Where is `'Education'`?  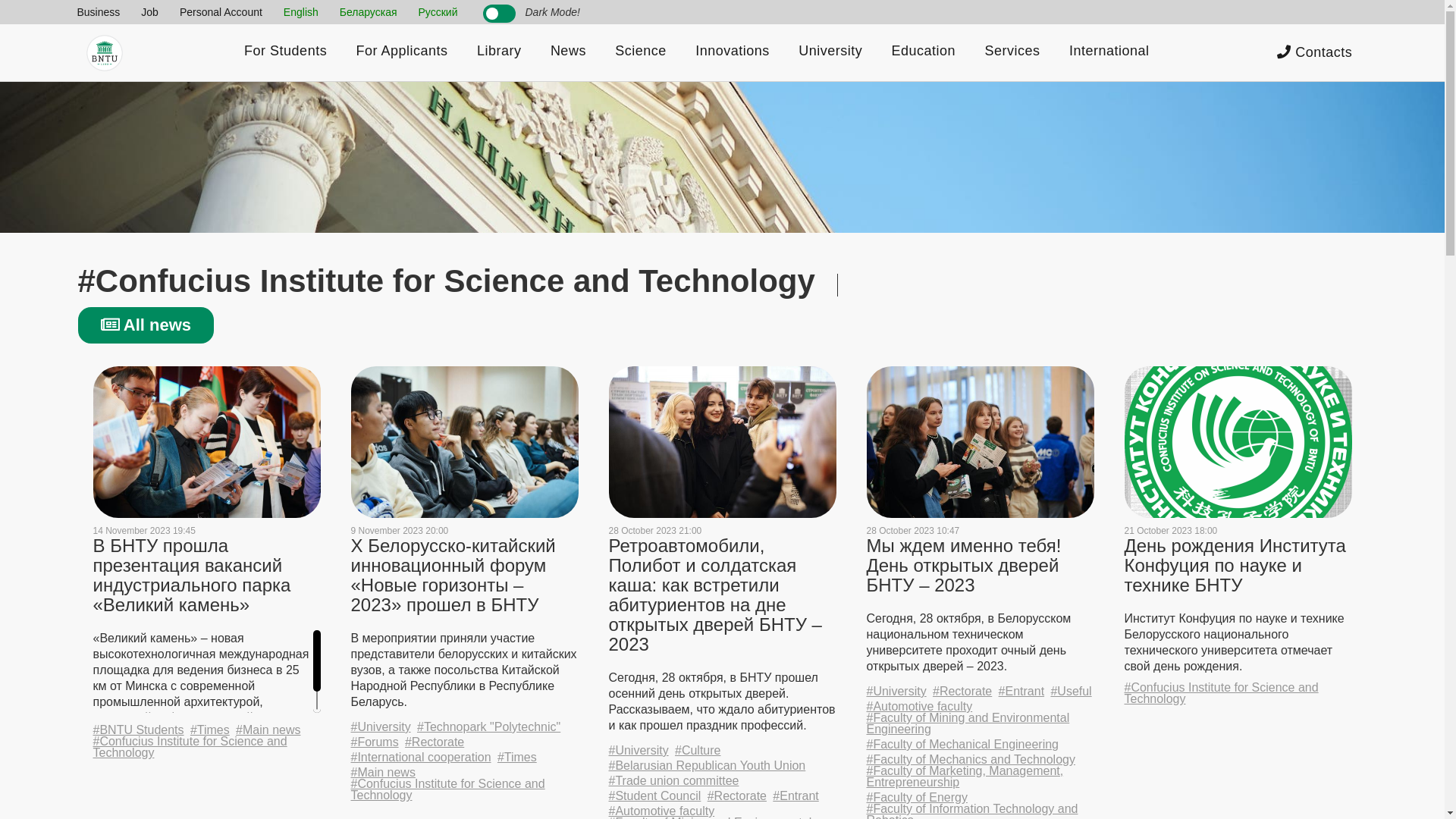 'Education' is located at coordinates (922, 52).